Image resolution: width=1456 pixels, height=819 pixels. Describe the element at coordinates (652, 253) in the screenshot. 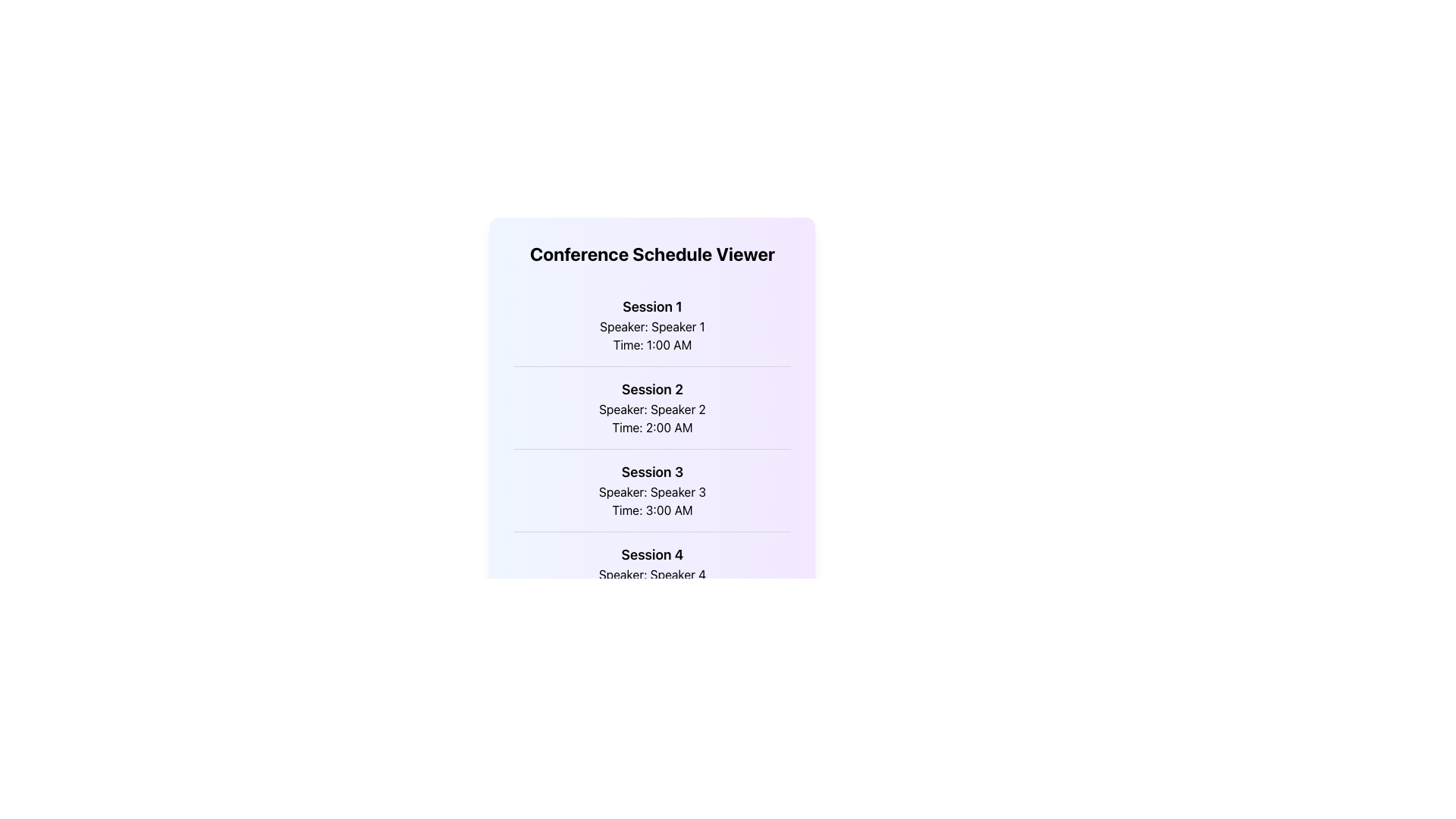

I see `the header element that indicates the content pertains to the 'Conference Schedule Viewer'` at that location.